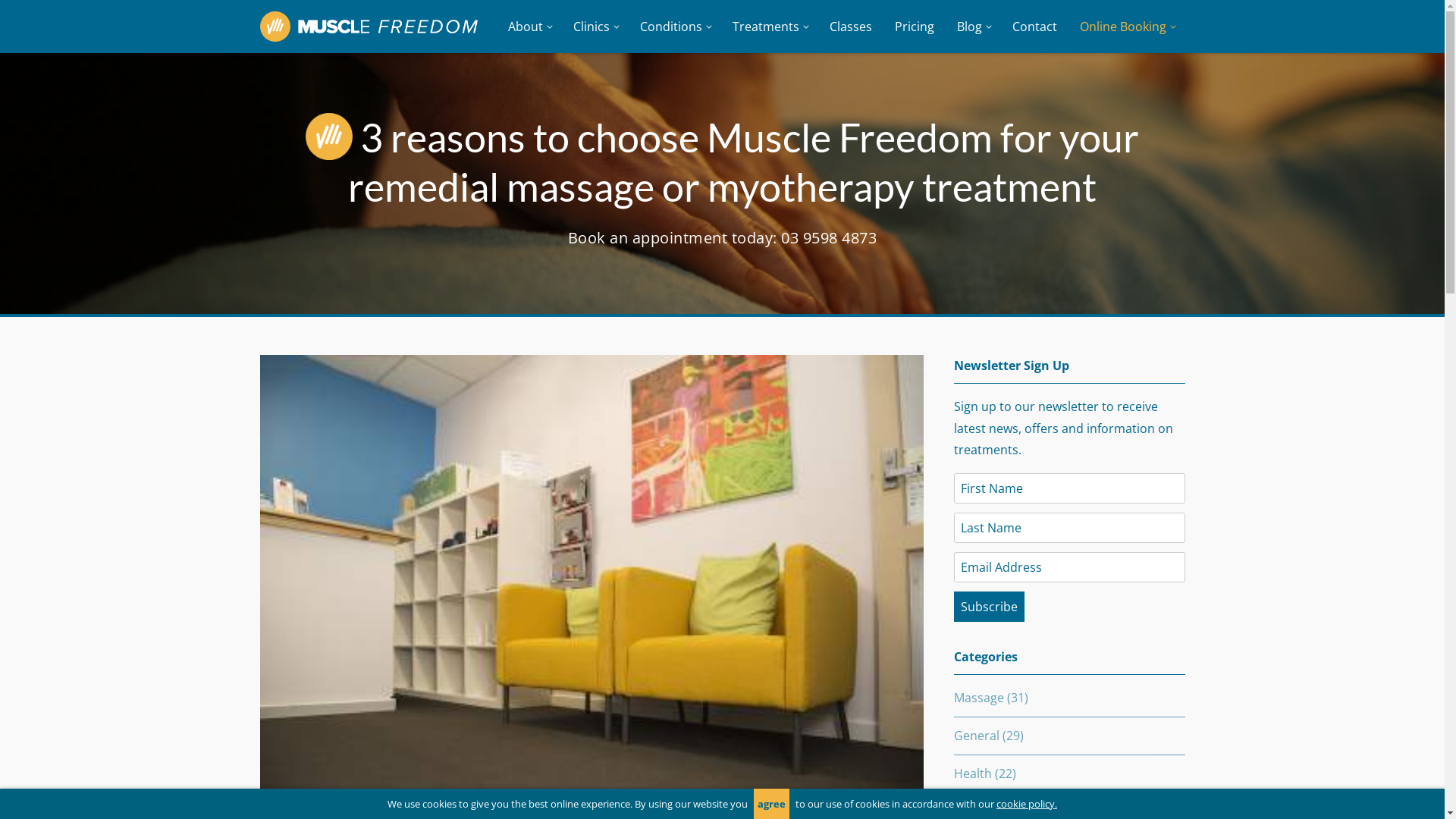 This screenshot has height=819, width=1456. Describe the element at coordinates (944, 26) in the screenshot. I see `'Blog'` at that location.